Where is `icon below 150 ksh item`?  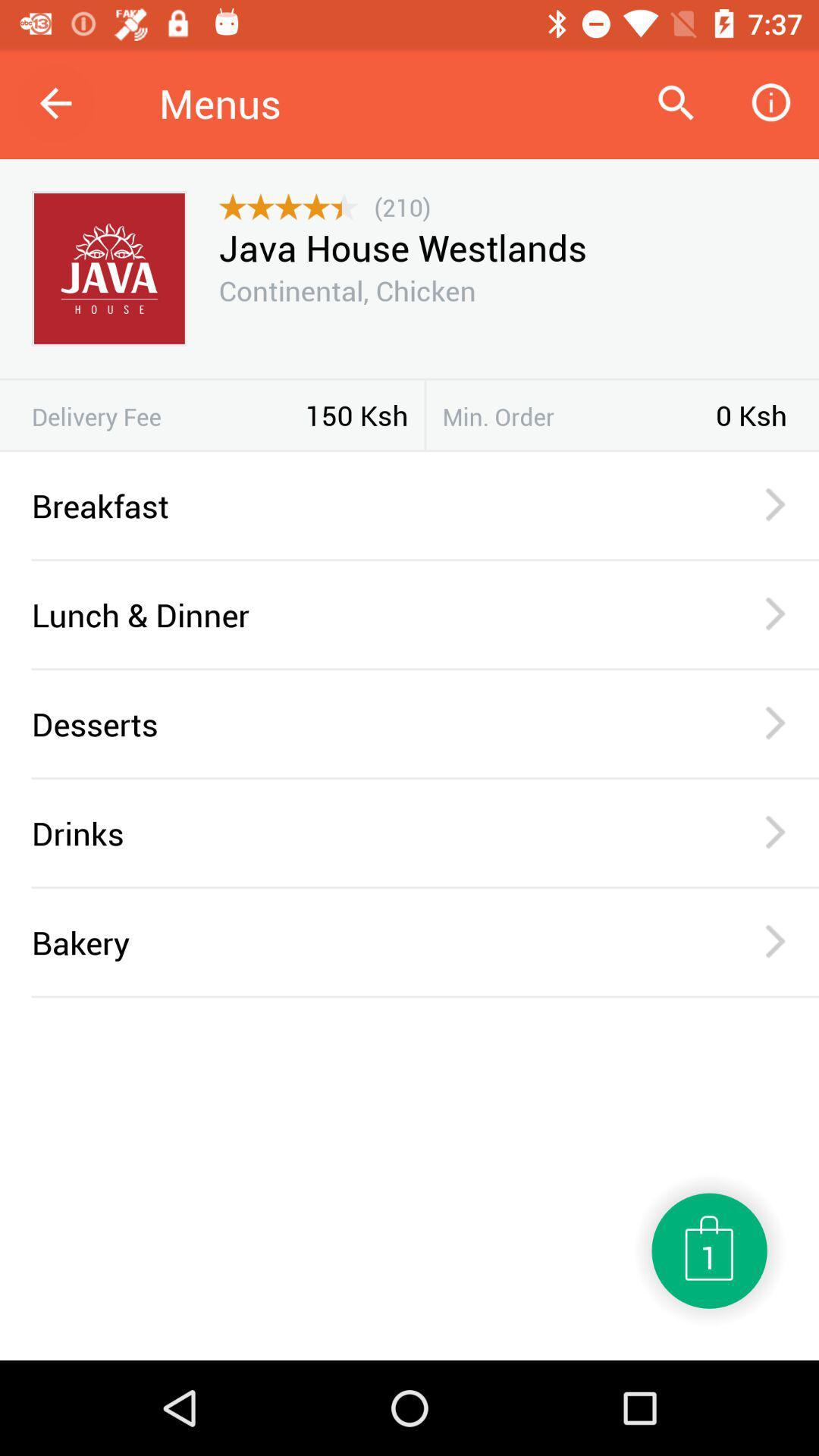 icon below 150 ksh item is located at coordinates (409, 450).